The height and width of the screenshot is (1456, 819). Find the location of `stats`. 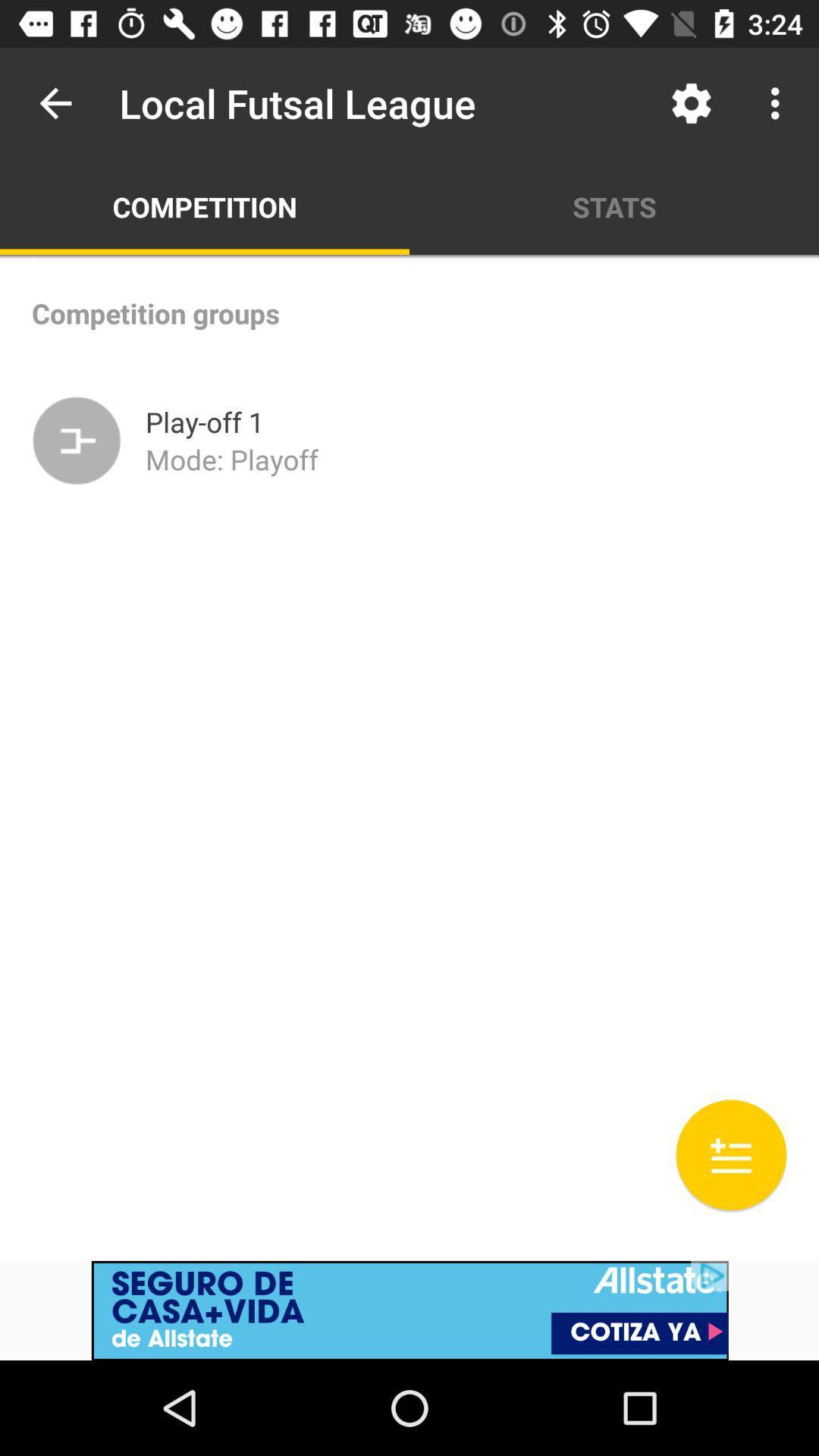

stats is located at coordinates (614, 206).